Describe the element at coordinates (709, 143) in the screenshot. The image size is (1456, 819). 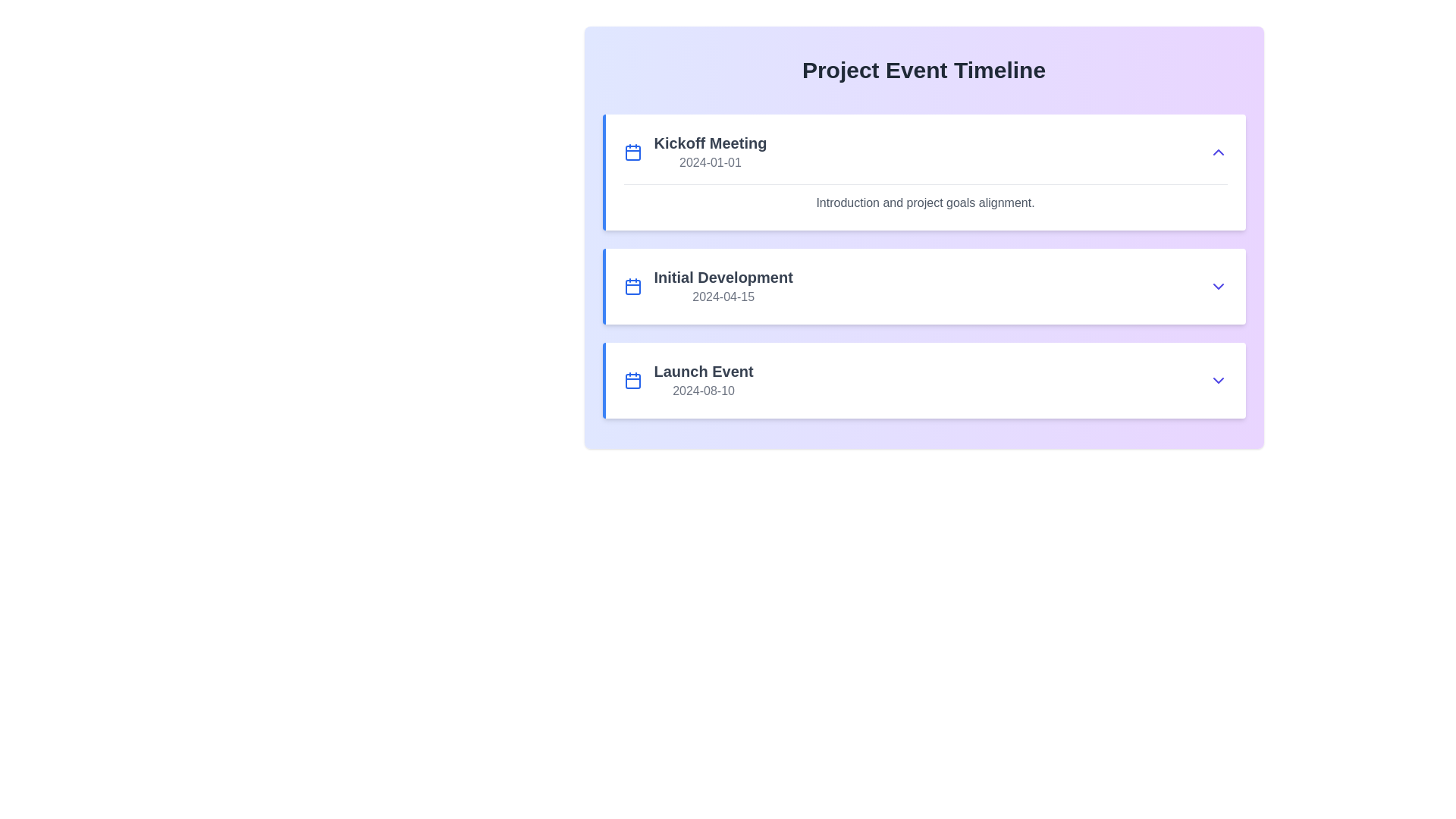
I see `the title text element indicating 'Kickoff Meeting' in the topmost card of the vertical list under 'Project Event Timeline'` at that location.